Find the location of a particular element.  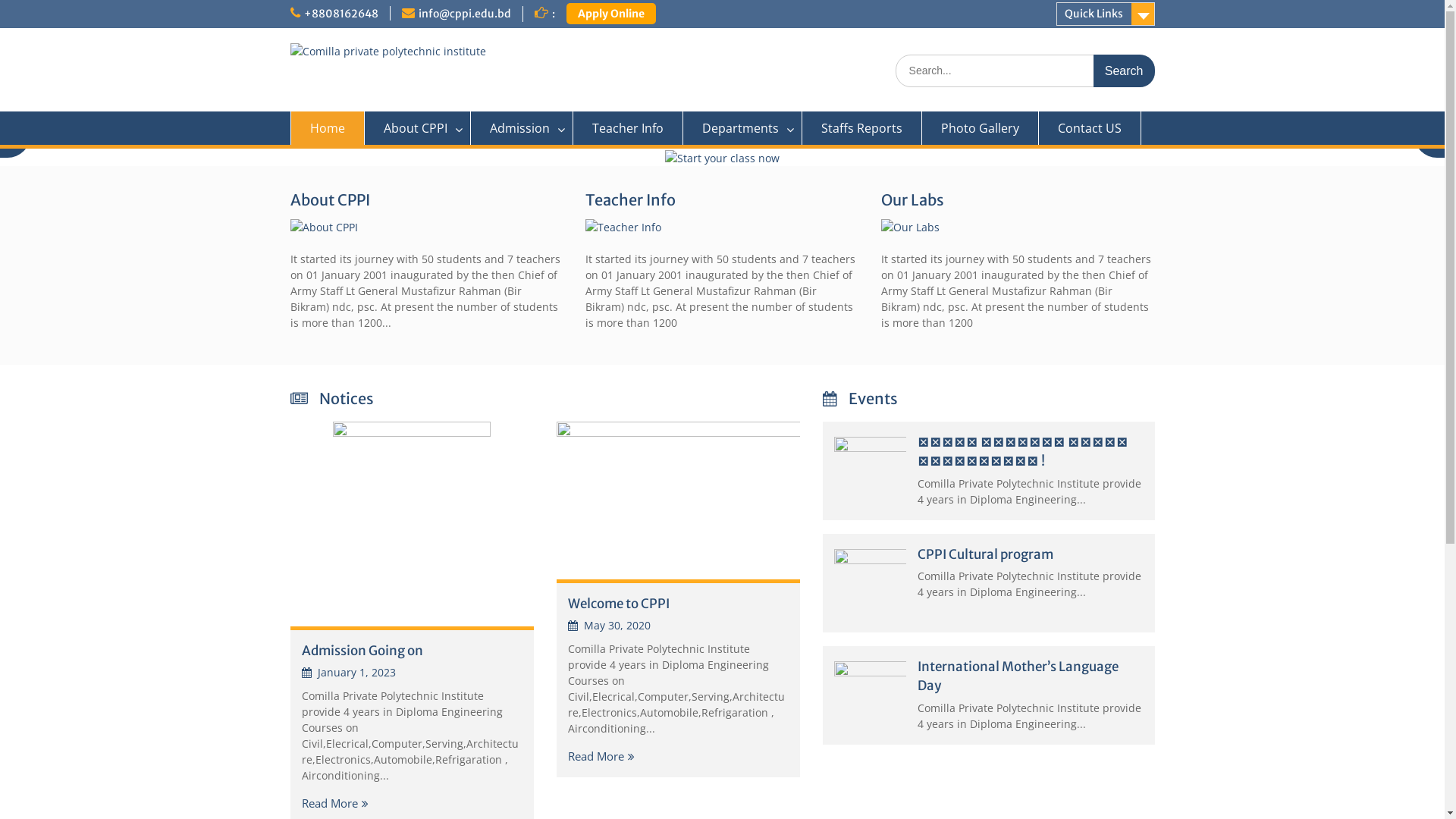

'Home' is located at coordinates (326, 127).